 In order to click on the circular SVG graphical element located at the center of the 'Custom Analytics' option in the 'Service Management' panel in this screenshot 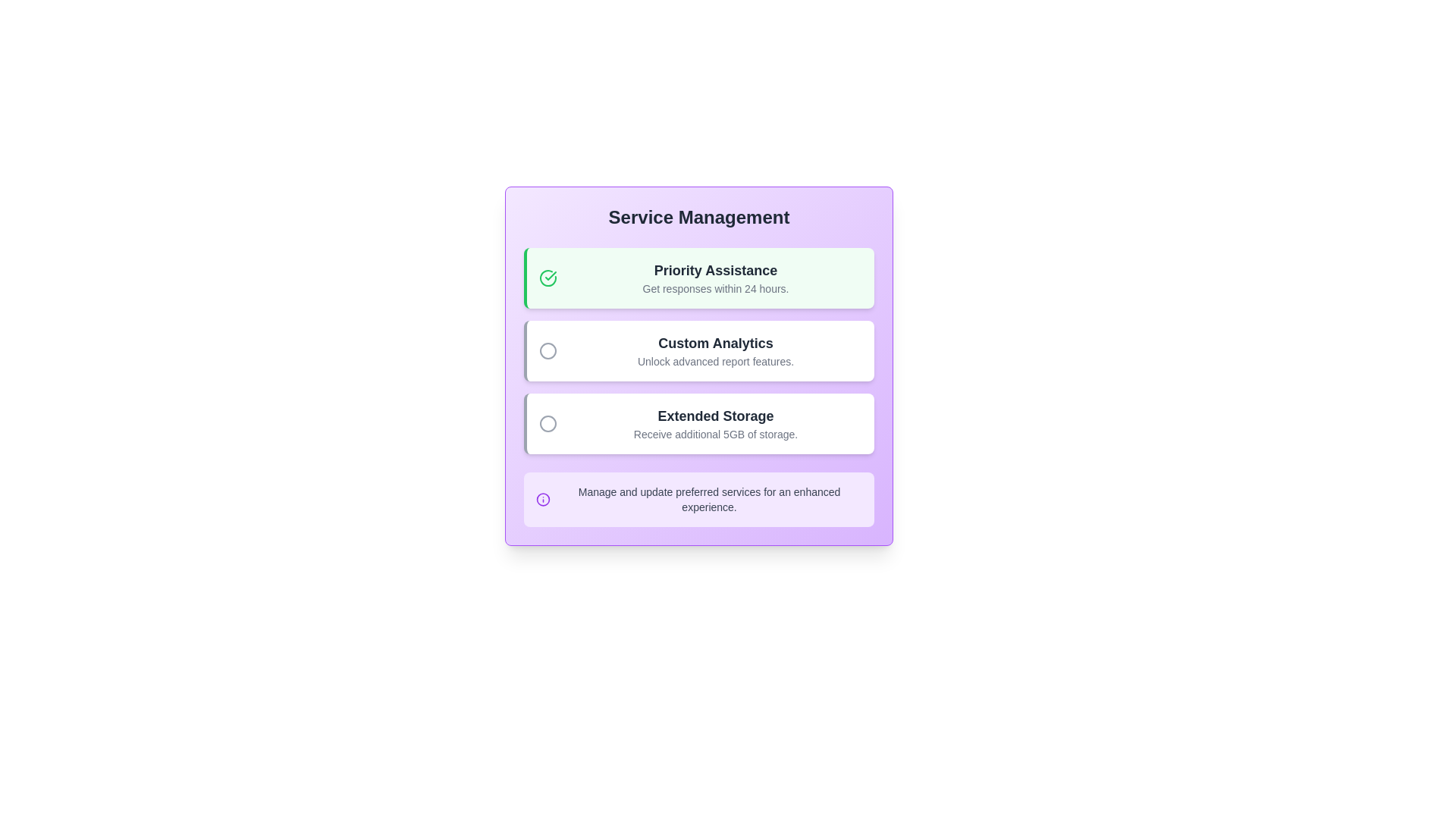, I will do `click(548, 350)`.